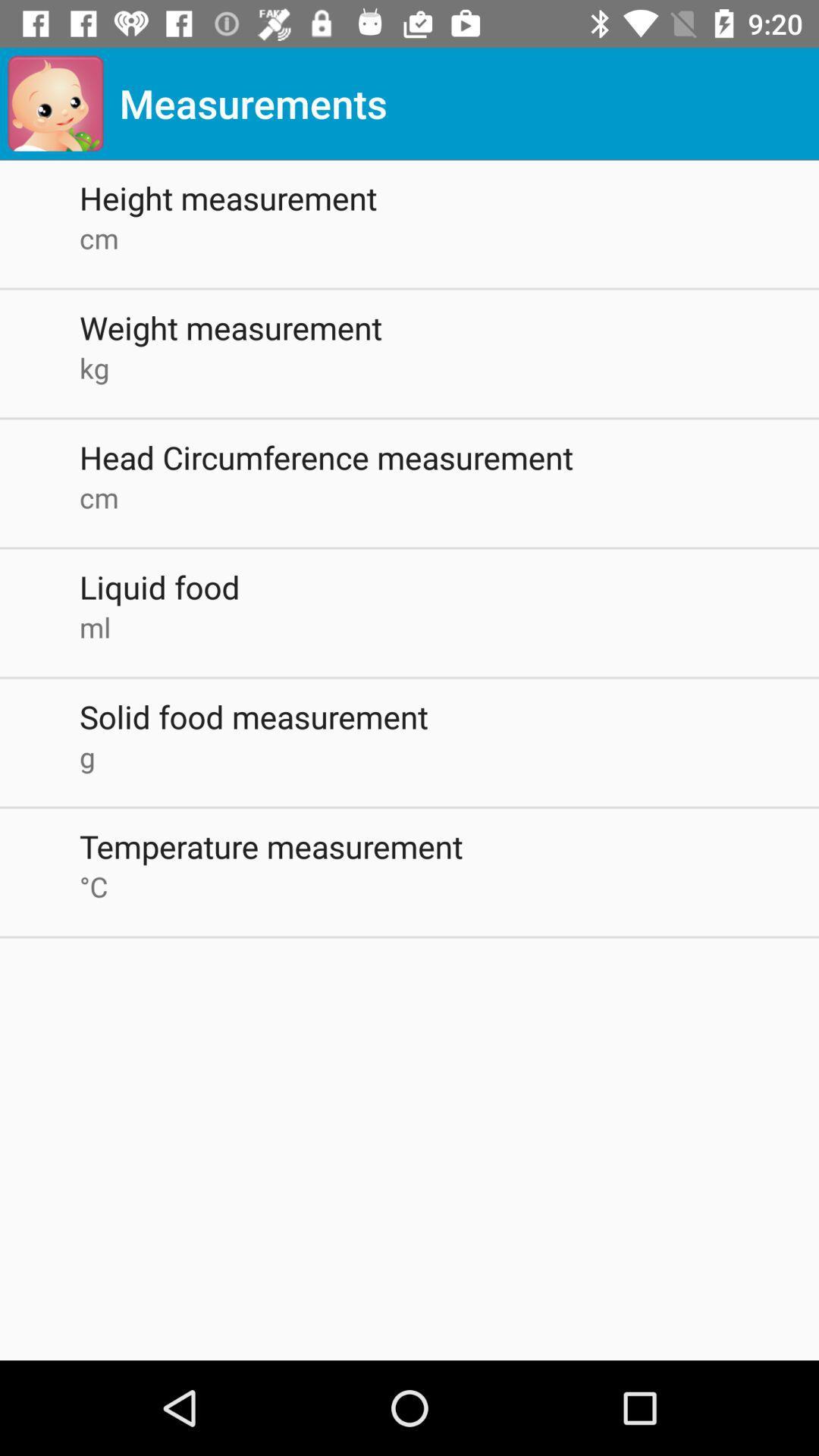  What do you see at coordinates (448, 457) in the screenshot?
I see `icon below kg icon` at bounding box center [448, 457].